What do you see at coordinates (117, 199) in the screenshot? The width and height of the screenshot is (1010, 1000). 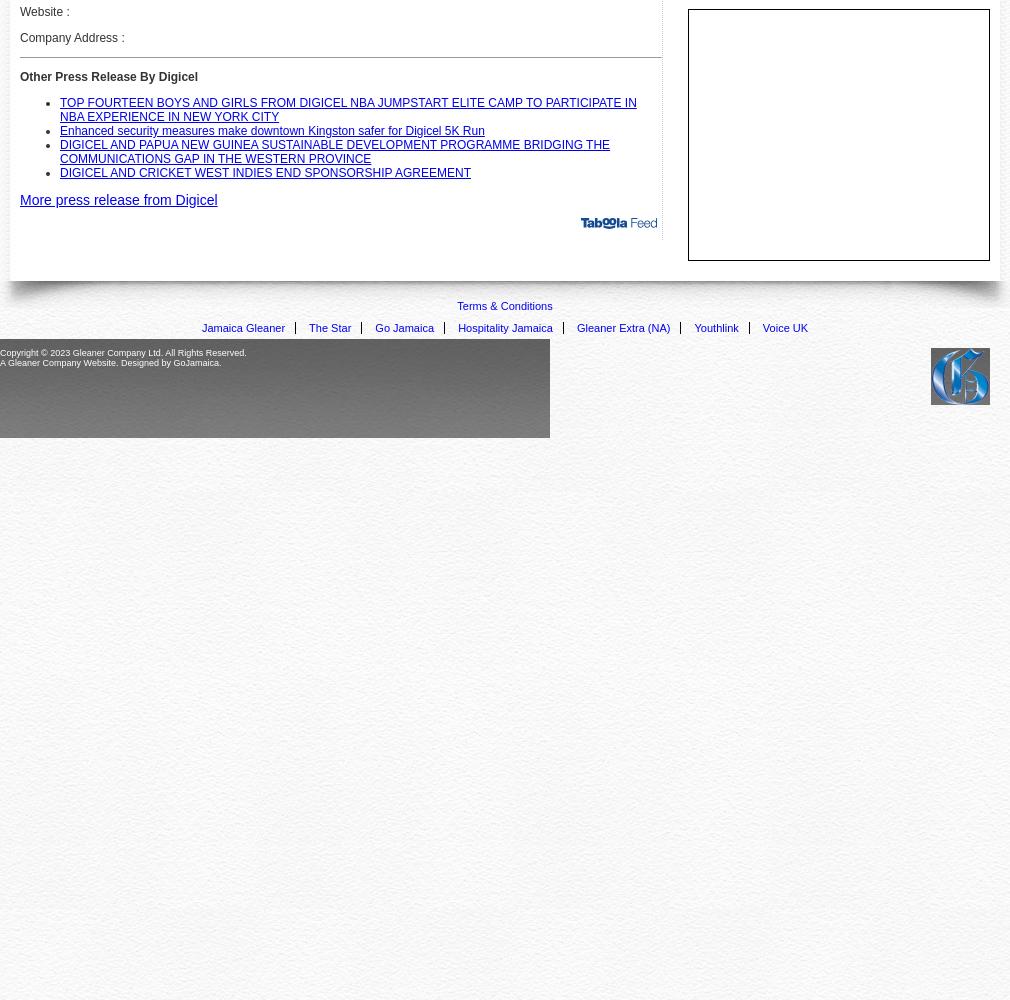 I see `'More press release from Digicel'` at bounding box center [117, 199].